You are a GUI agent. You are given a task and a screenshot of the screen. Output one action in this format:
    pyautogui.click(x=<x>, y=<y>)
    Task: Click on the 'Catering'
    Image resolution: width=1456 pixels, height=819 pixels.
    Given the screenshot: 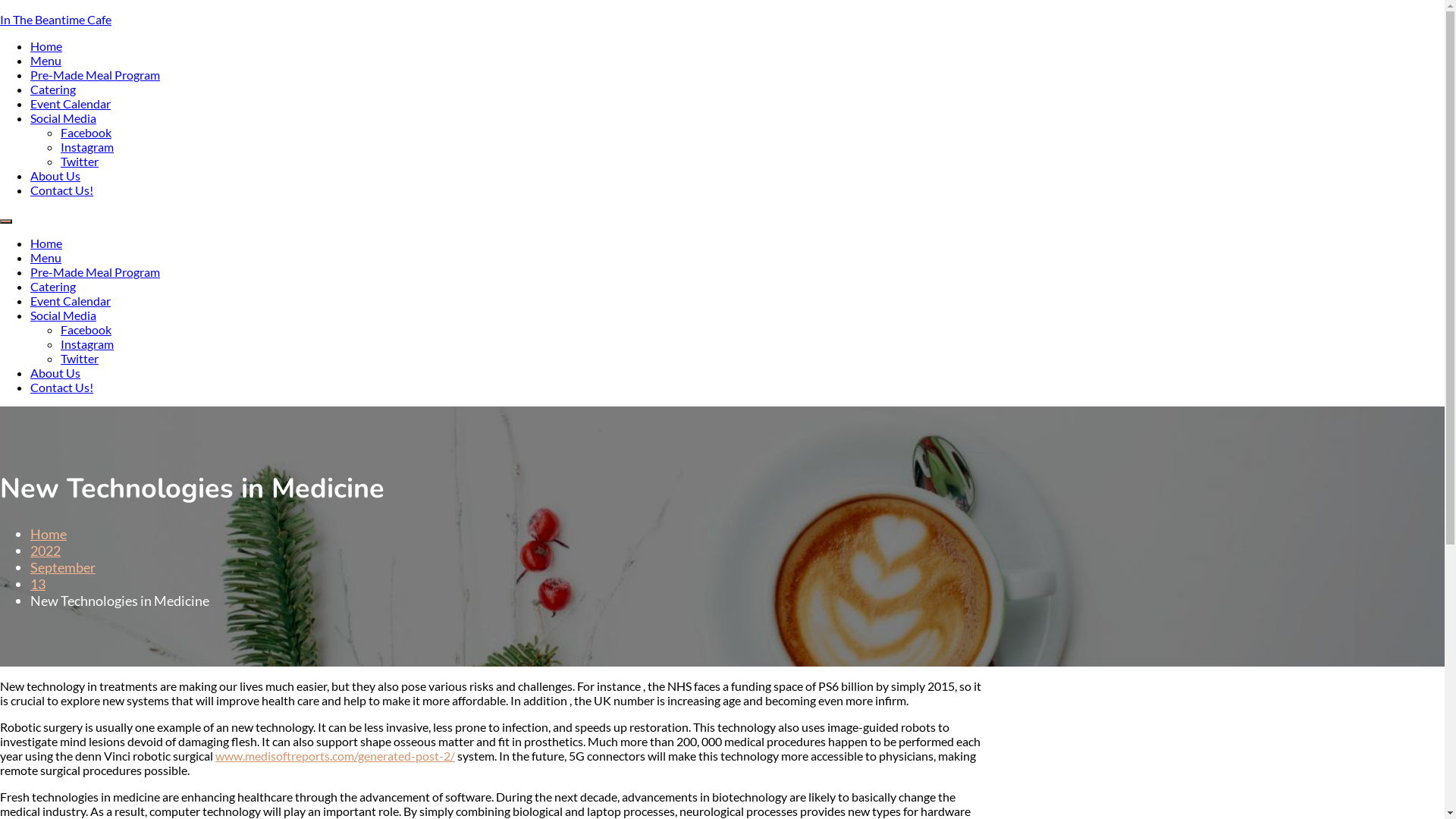 What is the action you would take?
    pyautogui.click(x=30, y=286)
    